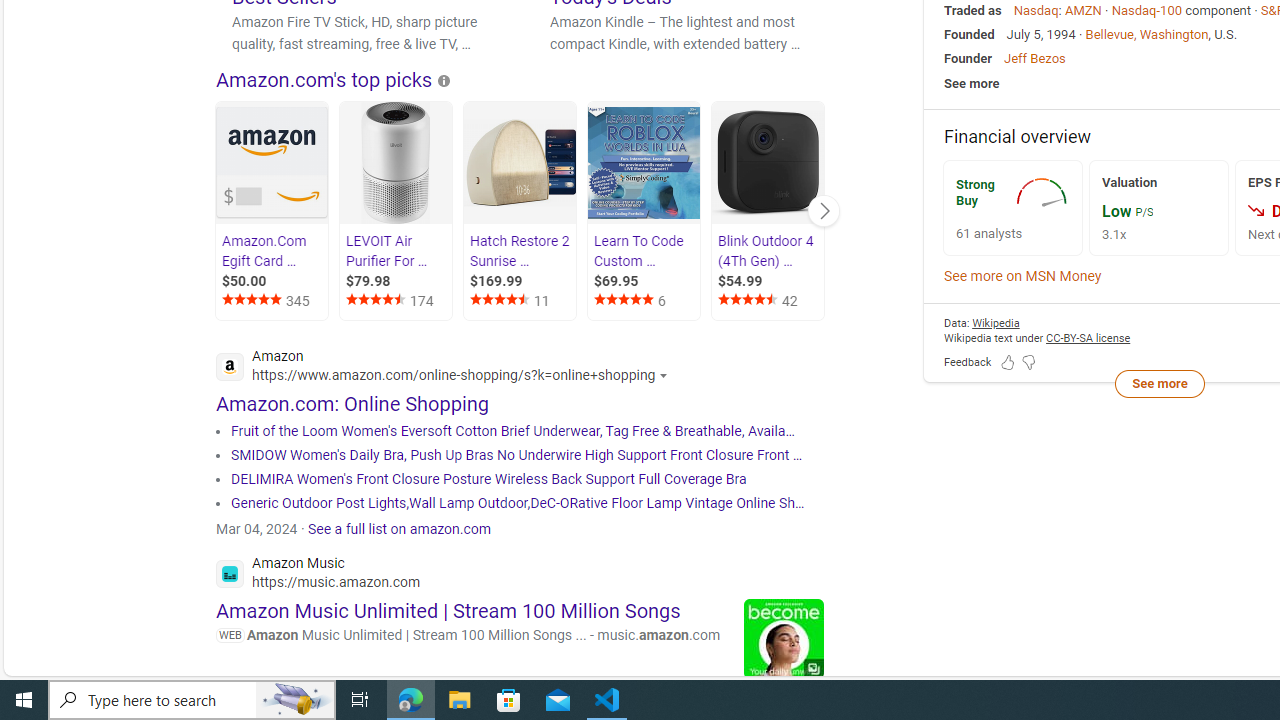 This screenshot has width=1280, height=720. What do you see at coordinates (398, 301) in the screenshot?
I see `'174'` at bounding box center [398, 301].